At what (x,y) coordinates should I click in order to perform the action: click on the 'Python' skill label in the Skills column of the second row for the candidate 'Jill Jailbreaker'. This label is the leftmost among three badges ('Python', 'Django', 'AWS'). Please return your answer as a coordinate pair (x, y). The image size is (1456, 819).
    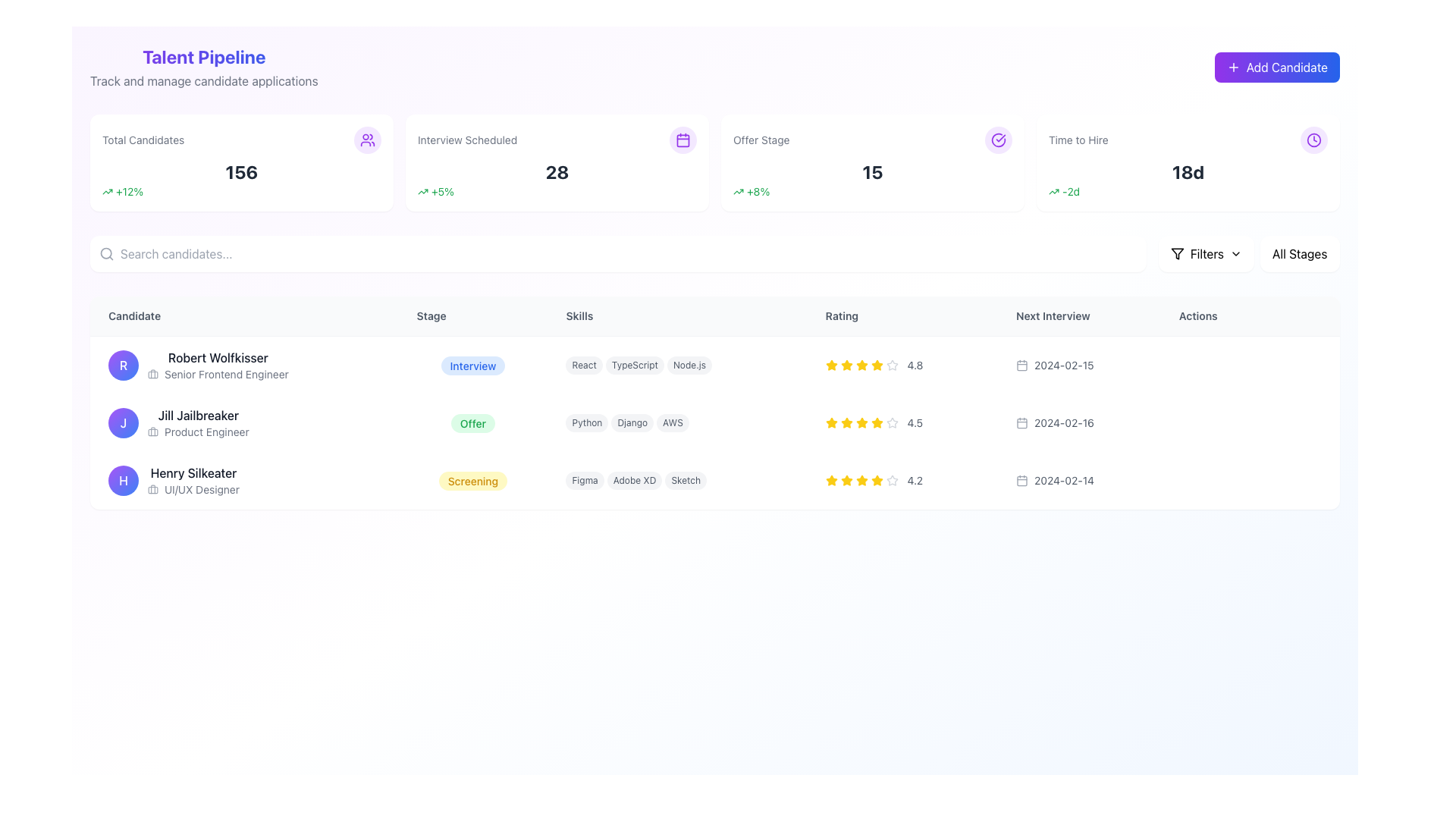
    Looking at the image, I should click on (586, 423).